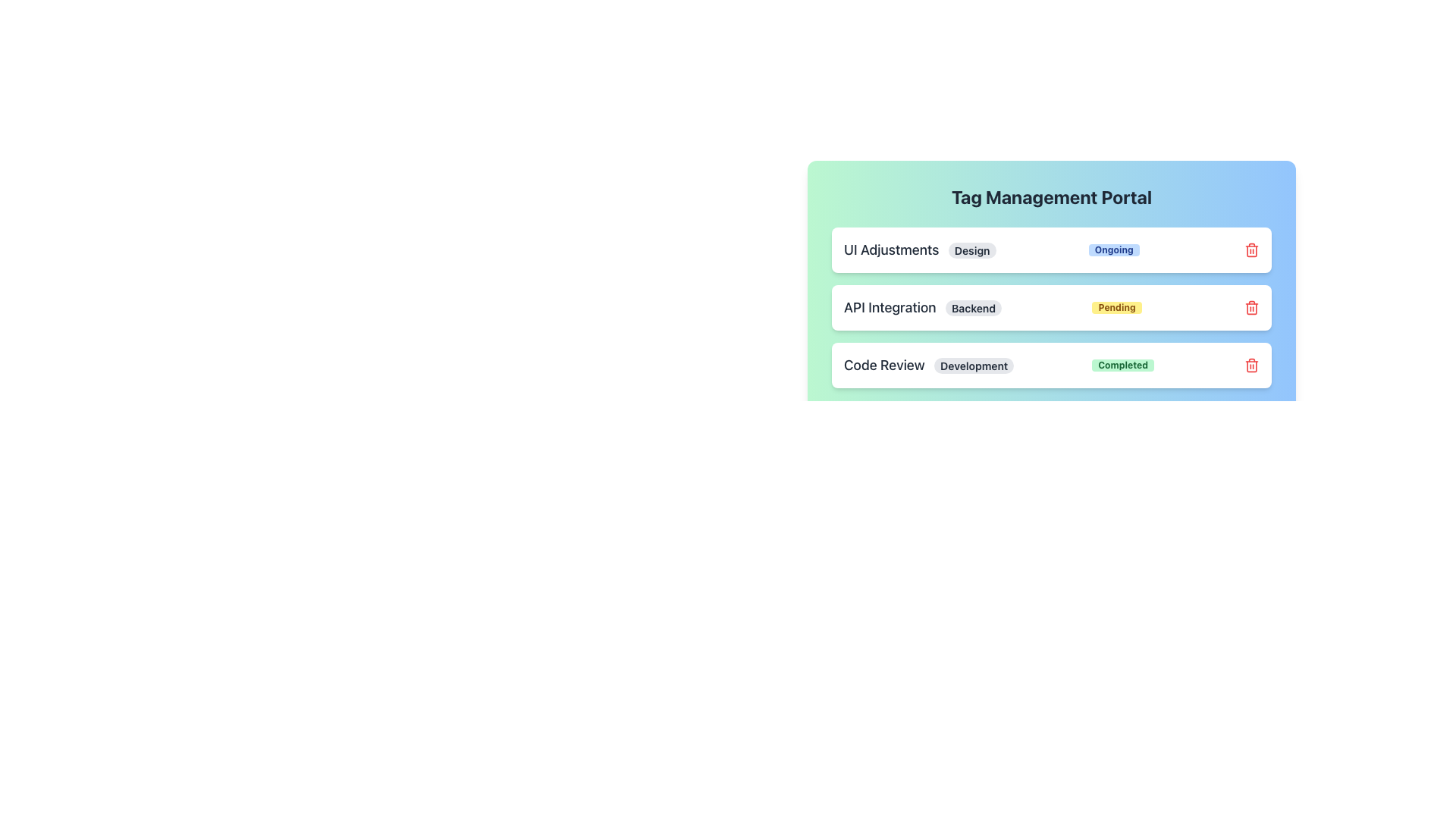 This screenshot has width=1456, height=819. I want to click on the second card in the list of cards labeled 'API Integration', so click(1051, 307).